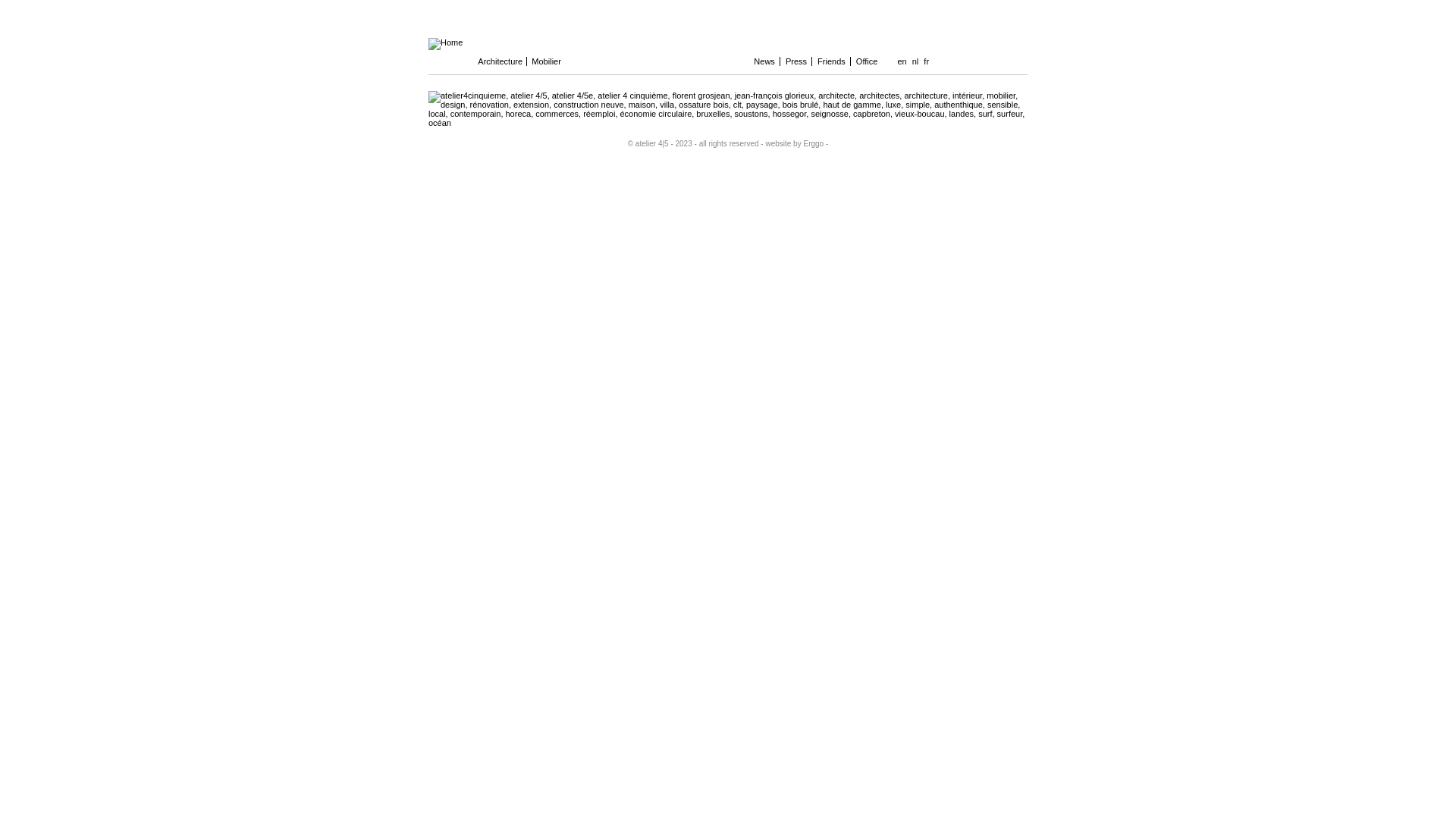 Image resolution: width=1456 pixels, height=819 pixels. I want to click on '- website by Erggo -', so click(793, 143).